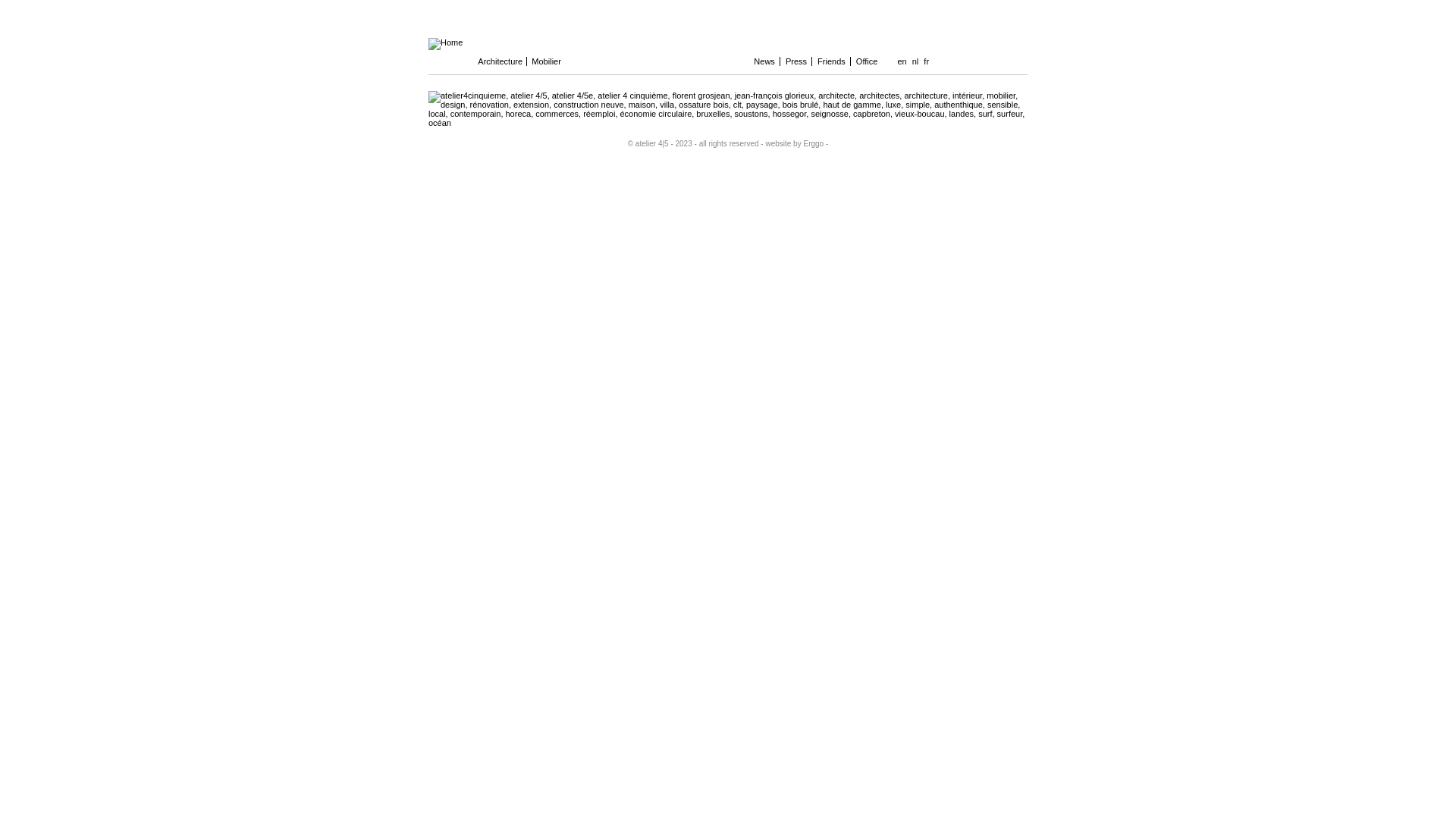 Image resolution: width=1456 pixels, height=819 pixels. I want to click on '- website by Erggo -', so click(793, 143).